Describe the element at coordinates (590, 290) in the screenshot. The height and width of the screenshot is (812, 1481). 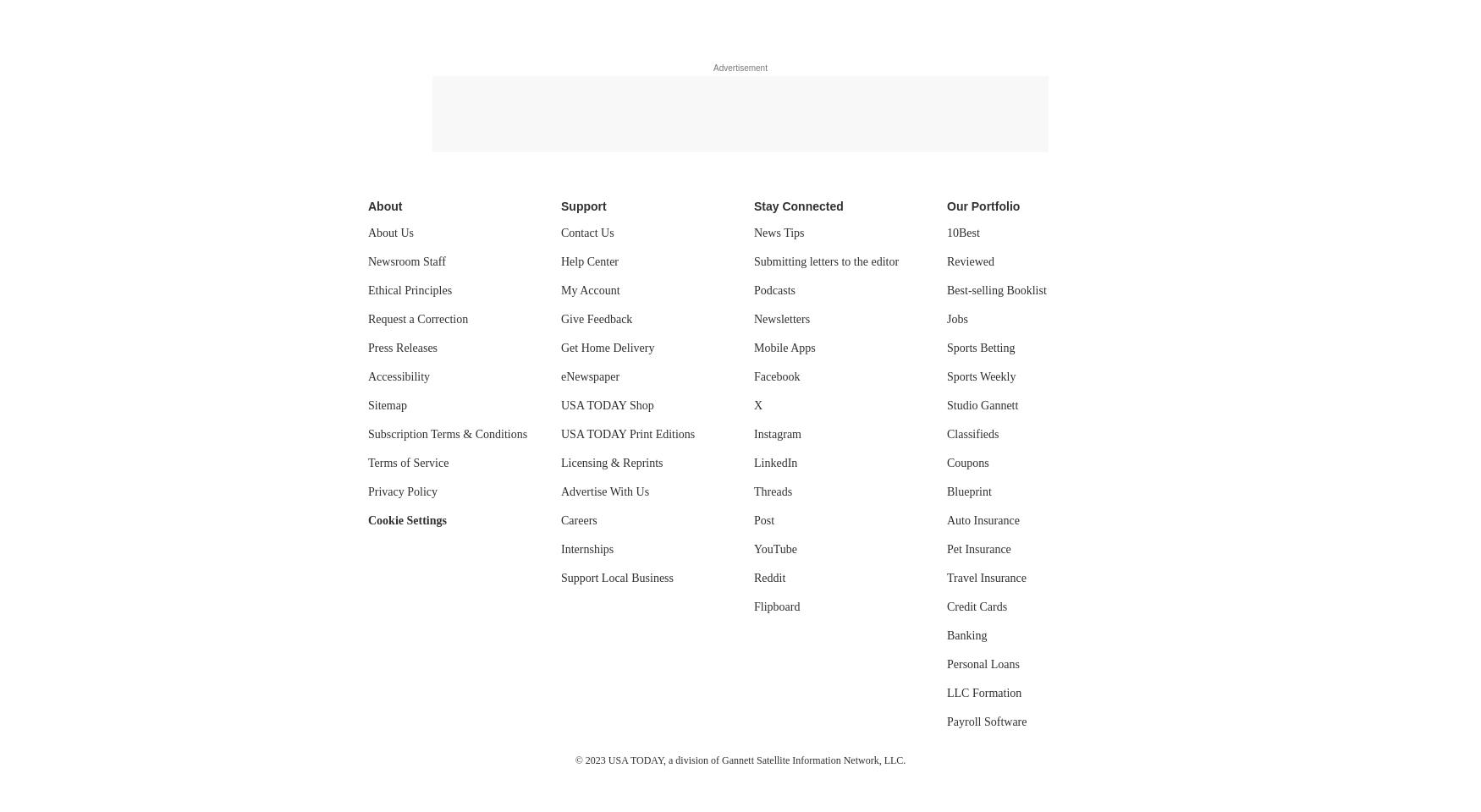
I see `'My Account'` at that location.